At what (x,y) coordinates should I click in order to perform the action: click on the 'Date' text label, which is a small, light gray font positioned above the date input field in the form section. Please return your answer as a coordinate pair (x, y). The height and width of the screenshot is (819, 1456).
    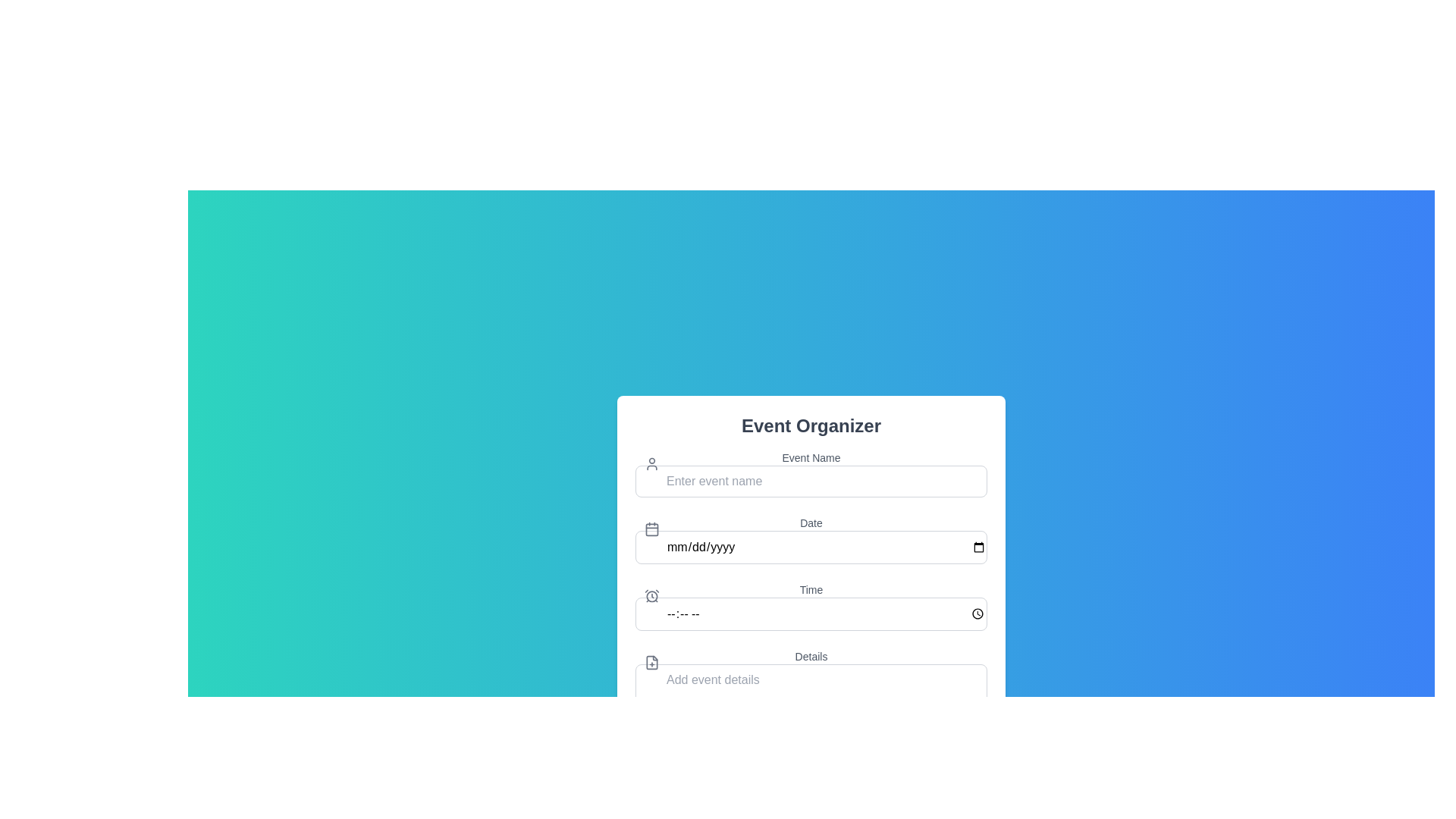
    Looking at the image, I should click on (811, 522).